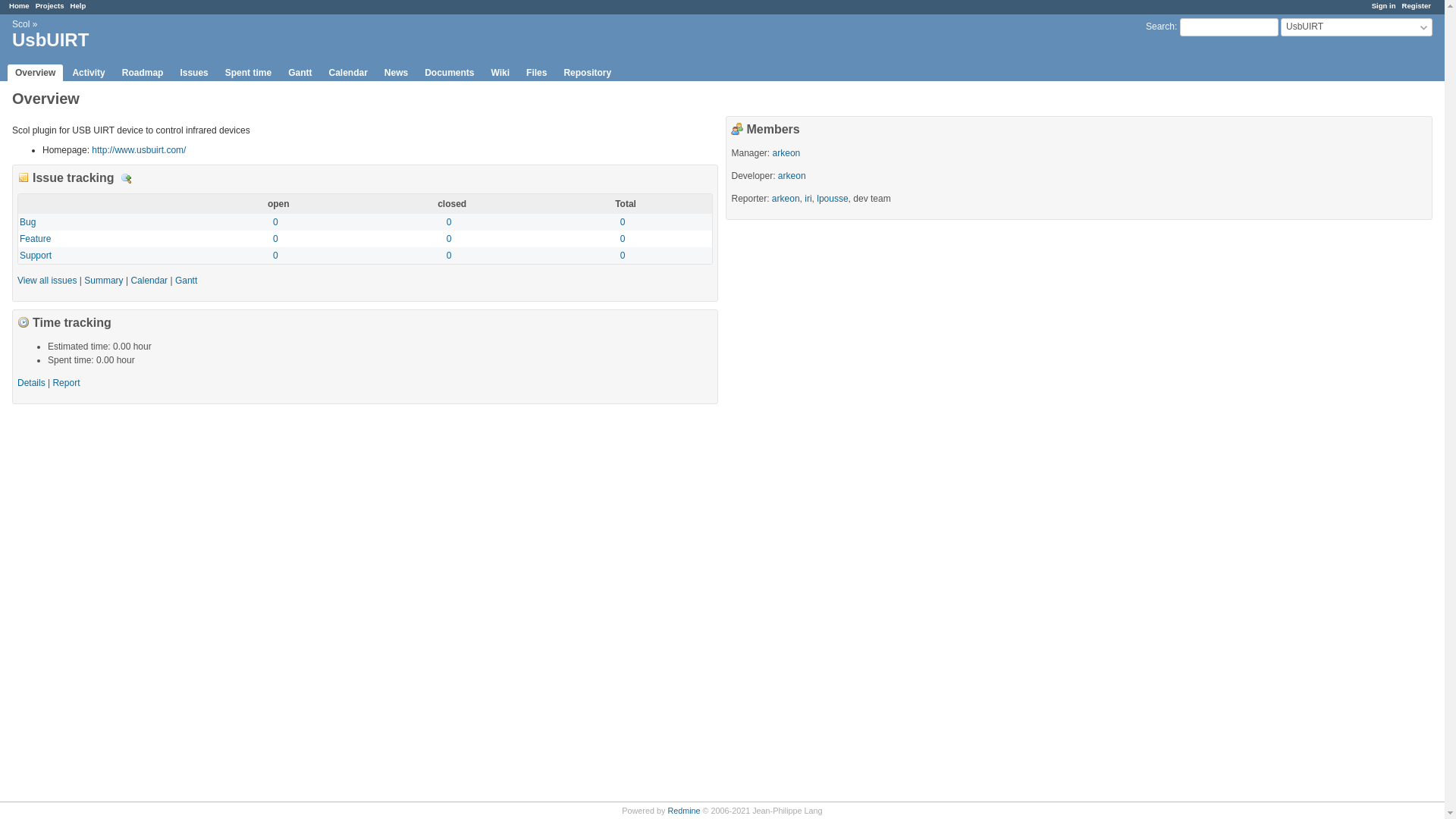 Image resolution: width=1456 pixels, height=819 pixels. I want to click on 'Scol', so click(20, 24).